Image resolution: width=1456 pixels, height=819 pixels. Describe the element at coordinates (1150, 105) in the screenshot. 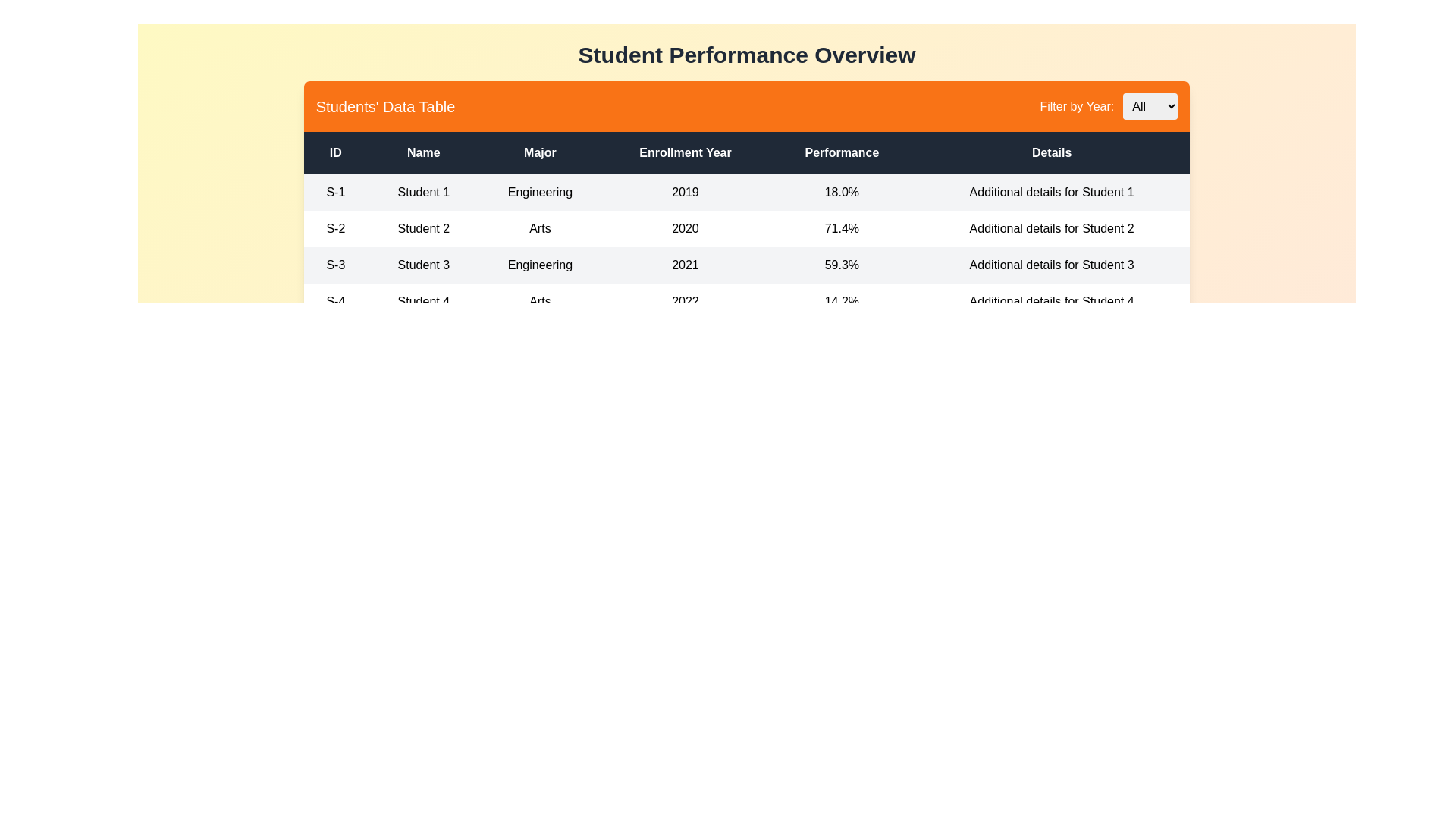

I see `the year 2021 from the dropdown to filter the table` at that location.